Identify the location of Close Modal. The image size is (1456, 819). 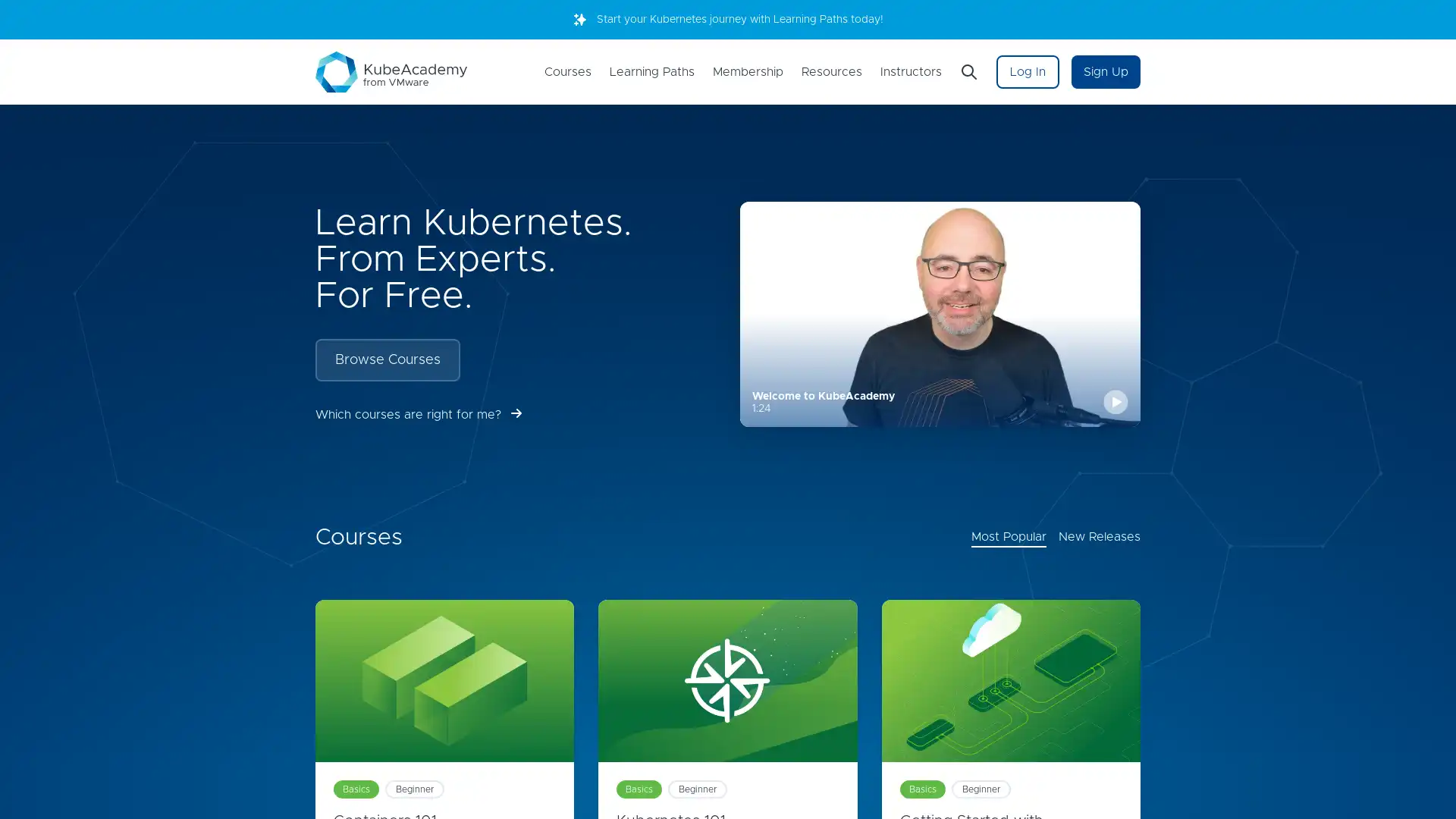
(910, 318).